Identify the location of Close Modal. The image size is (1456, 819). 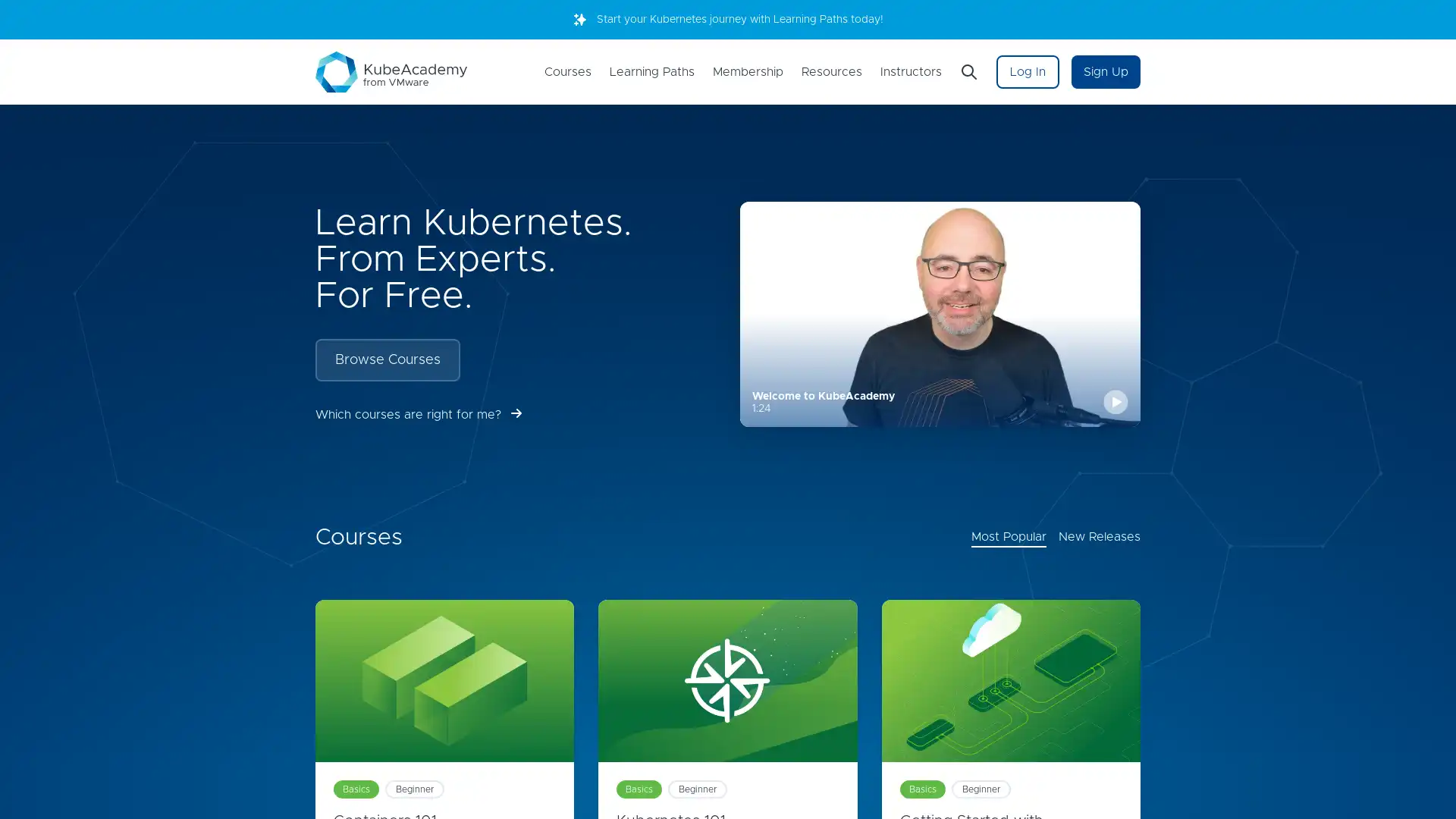
(910, 318).